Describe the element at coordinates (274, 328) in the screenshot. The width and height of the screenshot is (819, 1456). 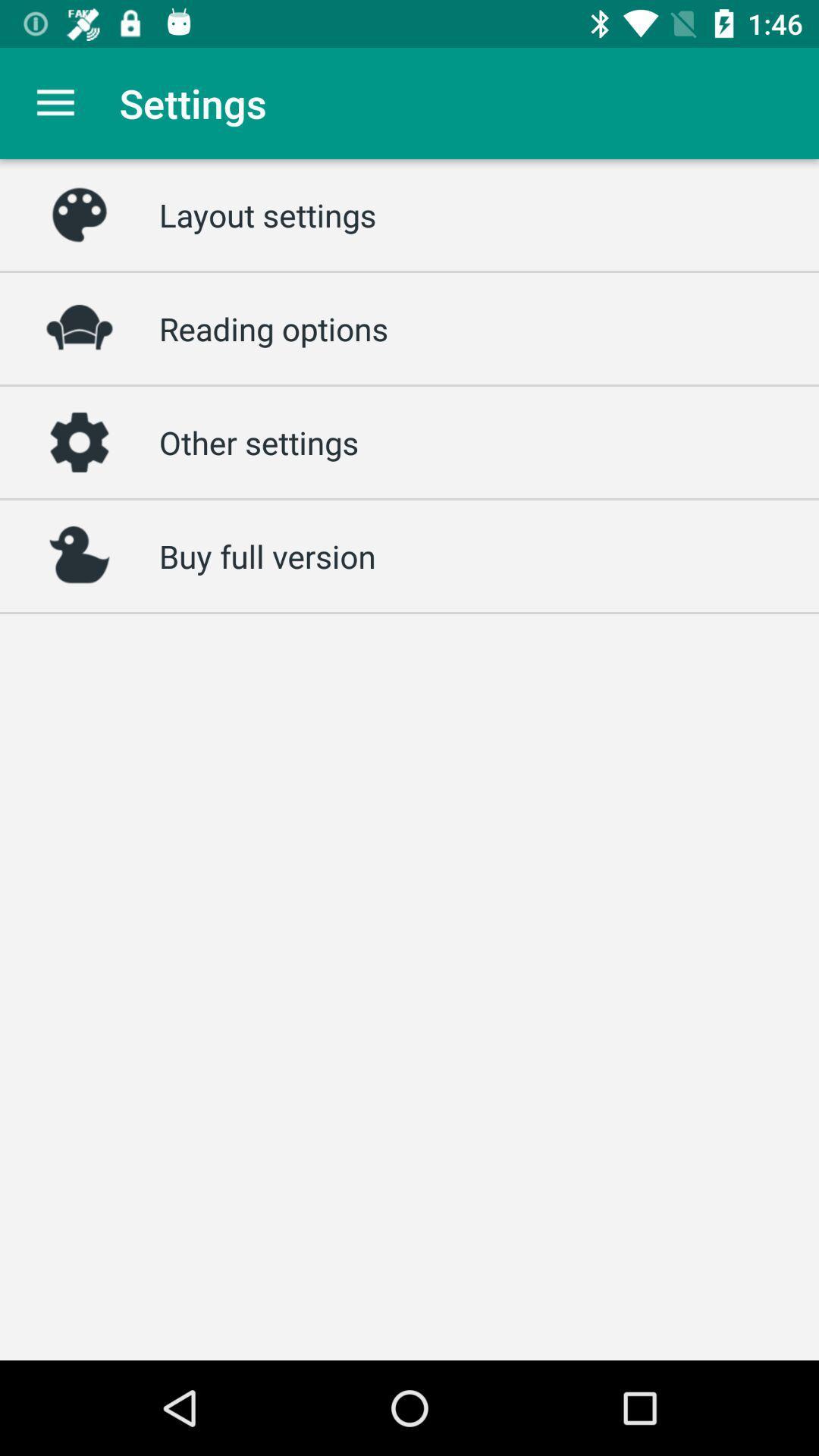
I see `the reading options` at that location.